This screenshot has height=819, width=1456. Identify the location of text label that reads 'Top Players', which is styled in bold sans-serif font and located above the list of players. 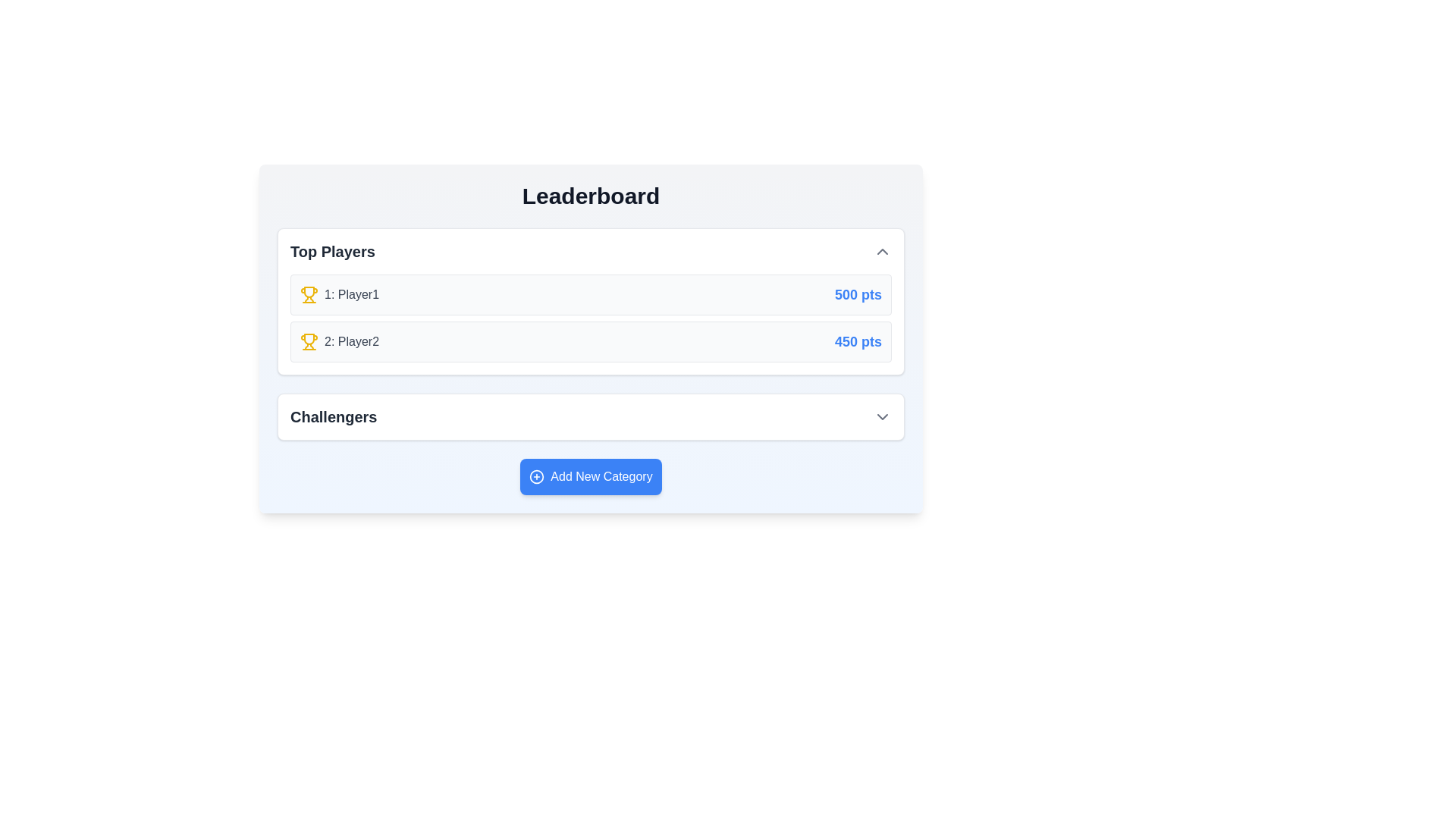
(331, 250).